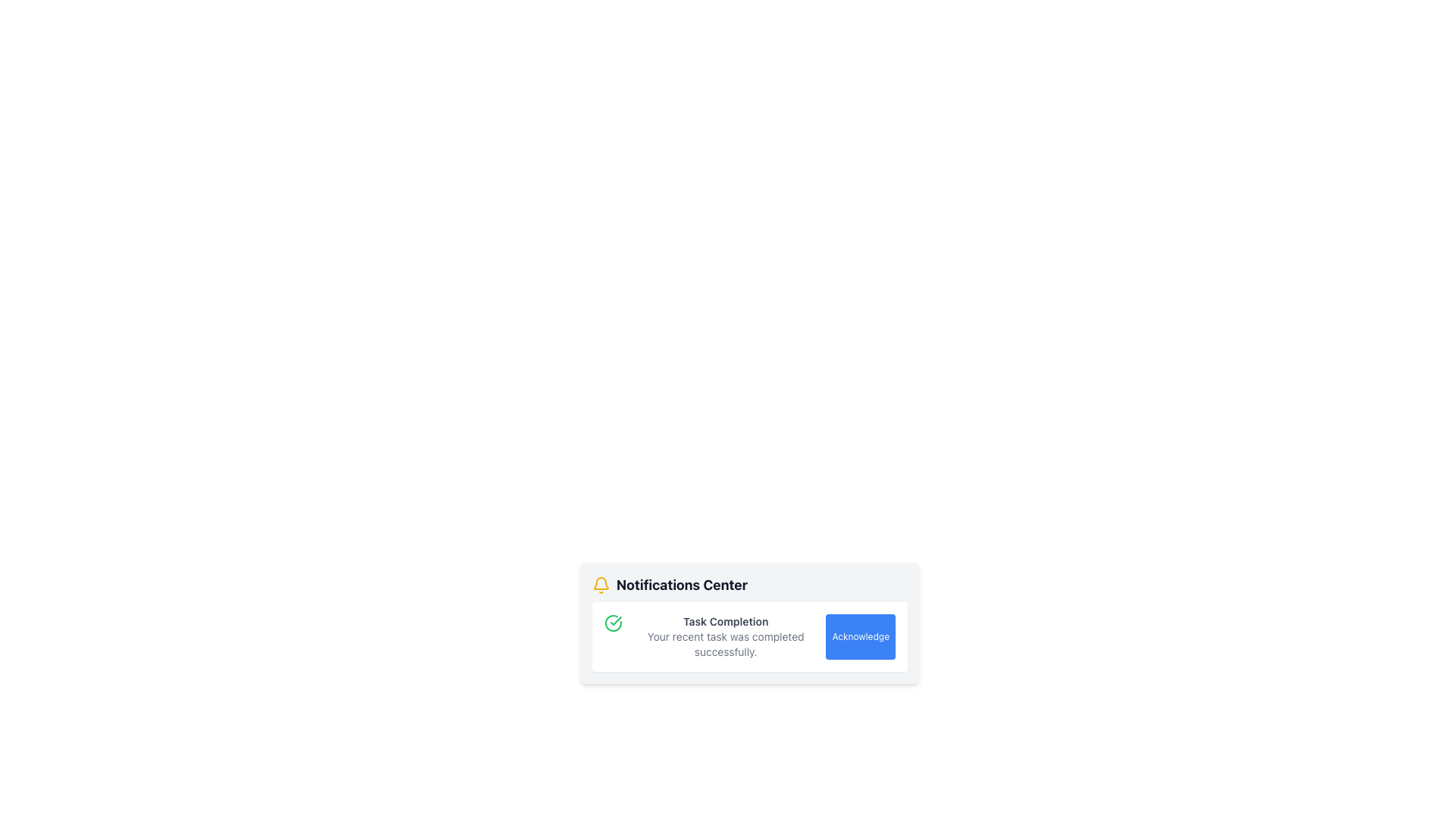 The image size is (1456, 819). Describe the element at coordinates (613, 623) in the screenshot. I see `the task completion icon located to the left of the title 'Task Completion' and aligned horizontally in the middle of the notification card` at that location.